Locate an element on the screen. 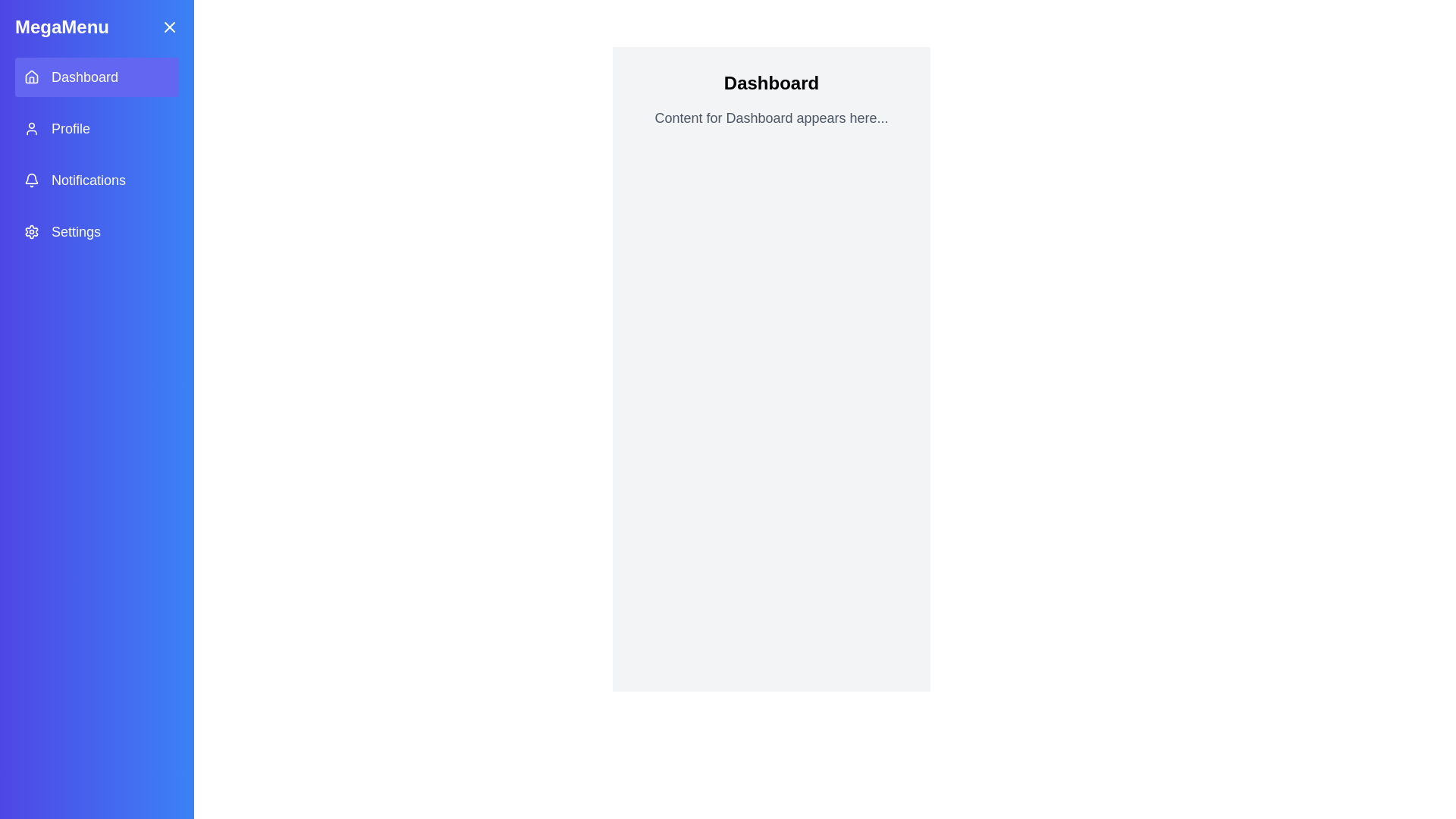  the 'Settings' text label located in the sidebar menu, which is positioned in the fourth row and aligns with the cogwheel icon is located at coordinates (75, 231).